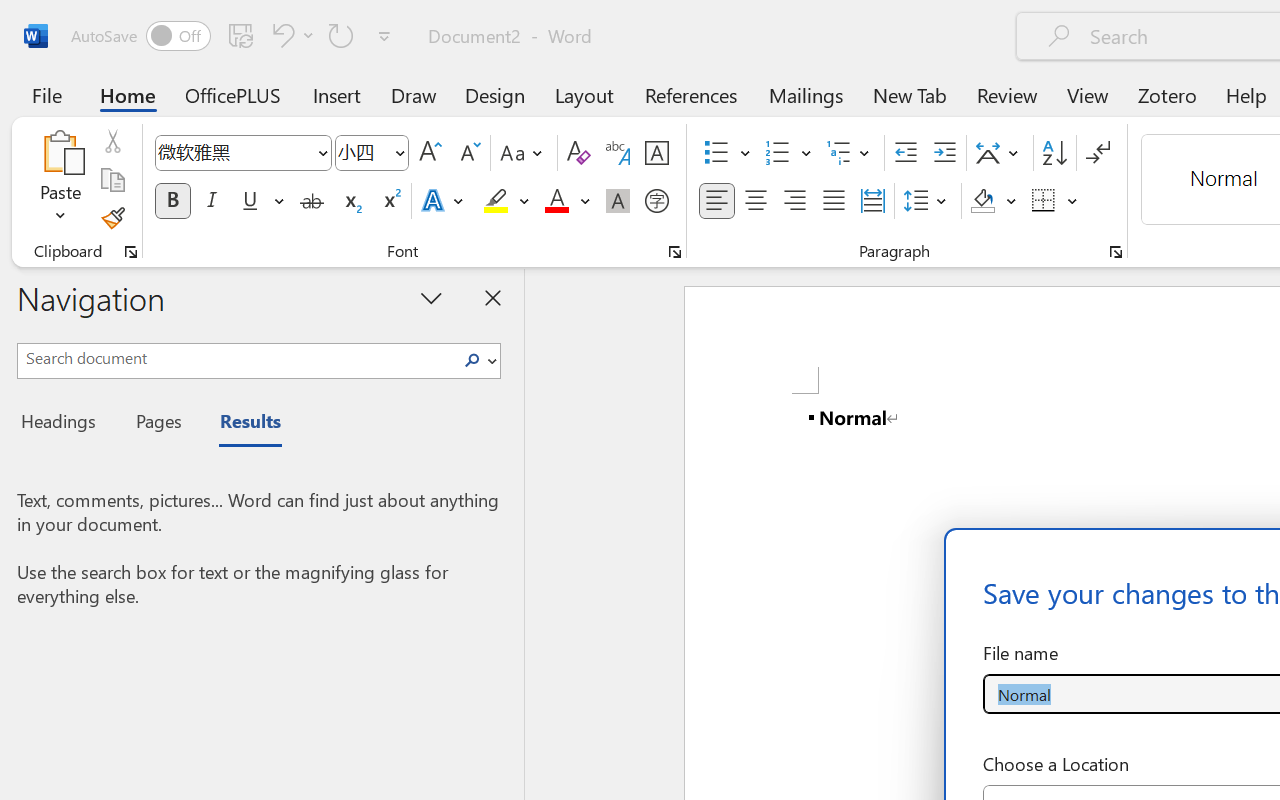  What do you see at coordinates (691, 94) in the screenshot?
I see `'References'` at bounding box center [691, 94].